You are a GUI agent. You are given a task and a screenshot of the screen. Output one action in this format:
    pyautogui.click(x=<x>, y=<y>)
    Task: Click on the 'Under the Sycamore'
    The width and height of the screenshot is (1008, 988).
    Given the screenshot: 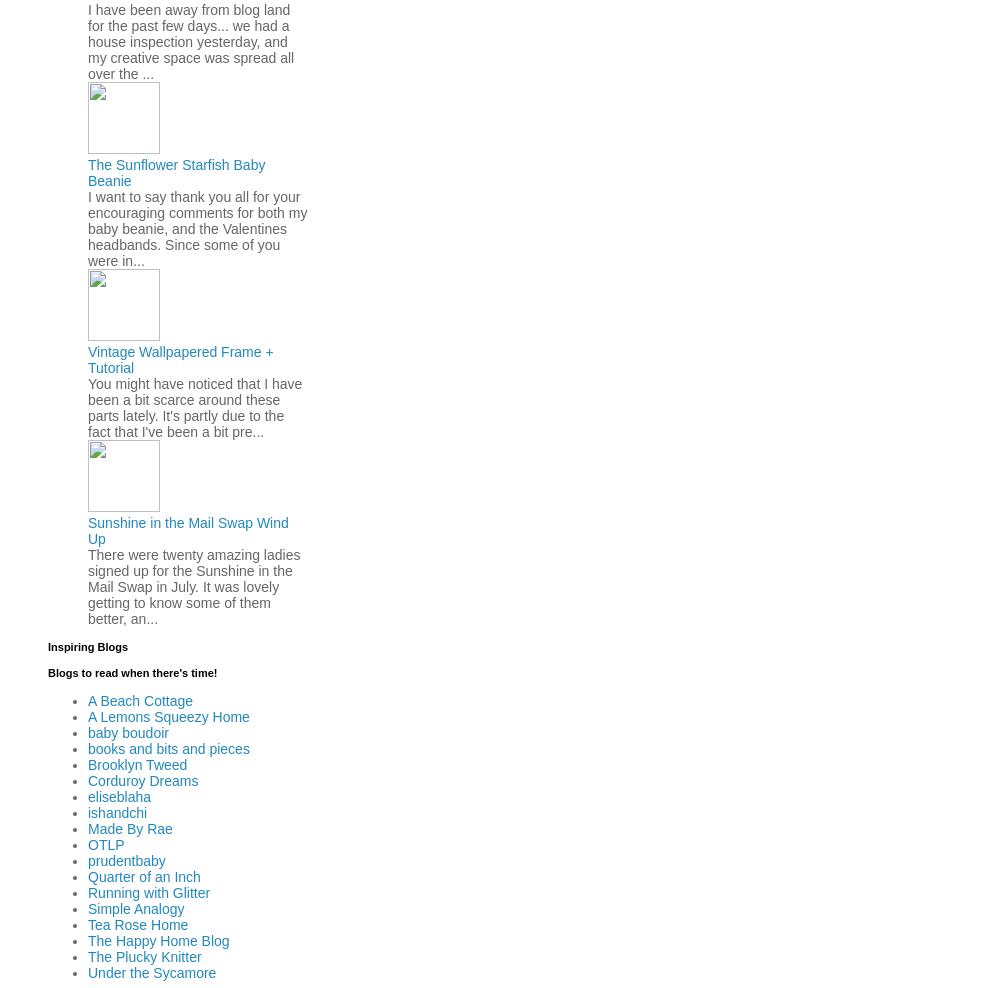 What is the action you would take?
    pyautogui.click(x=87, y=971)
    